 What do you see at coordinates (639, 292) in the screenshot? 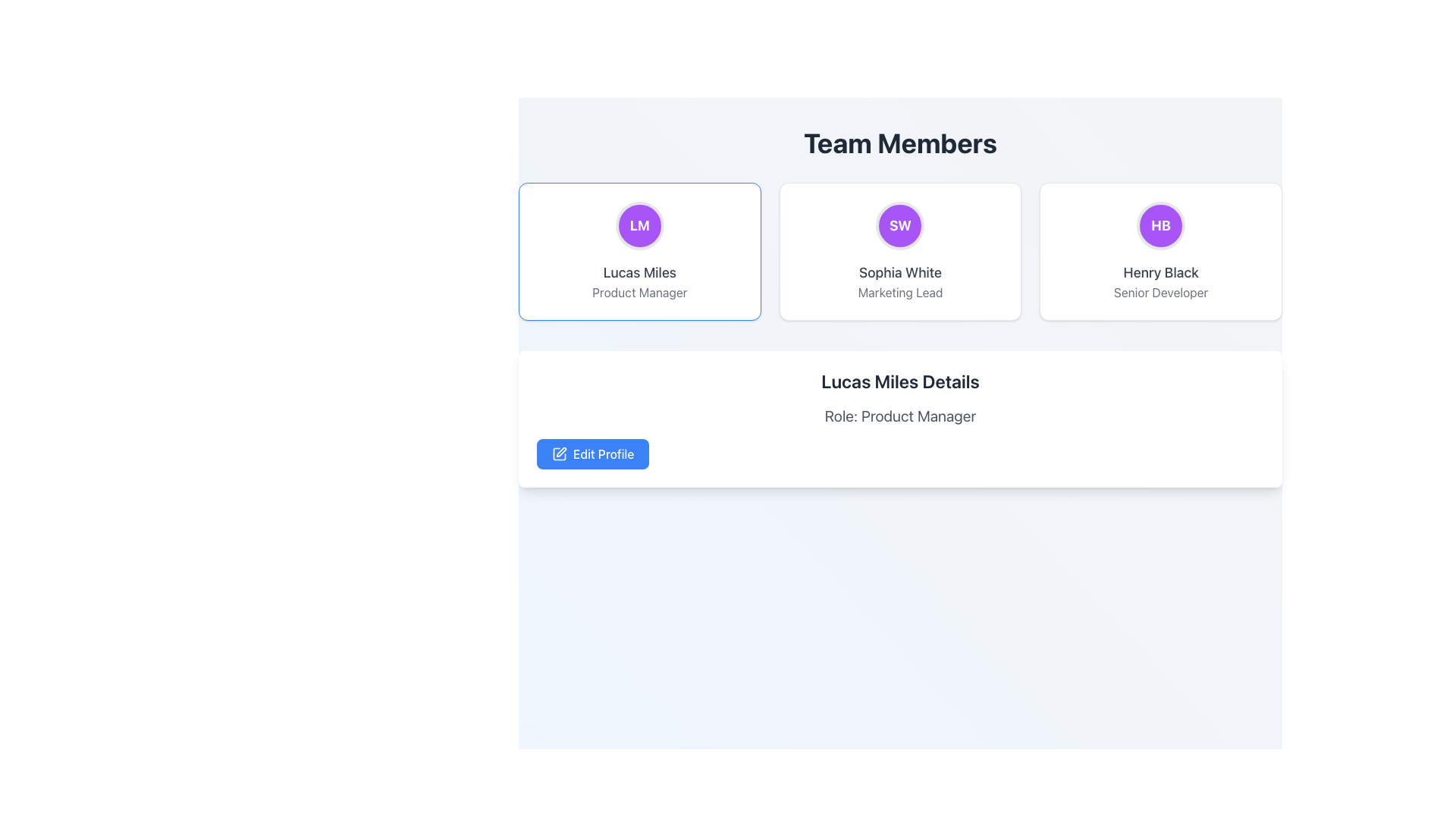
I see `the text label displaying 'Product Manager' in gray font, located under the name 'Lucas Miles' within a card-like layout` at bounding box center [639, 292].